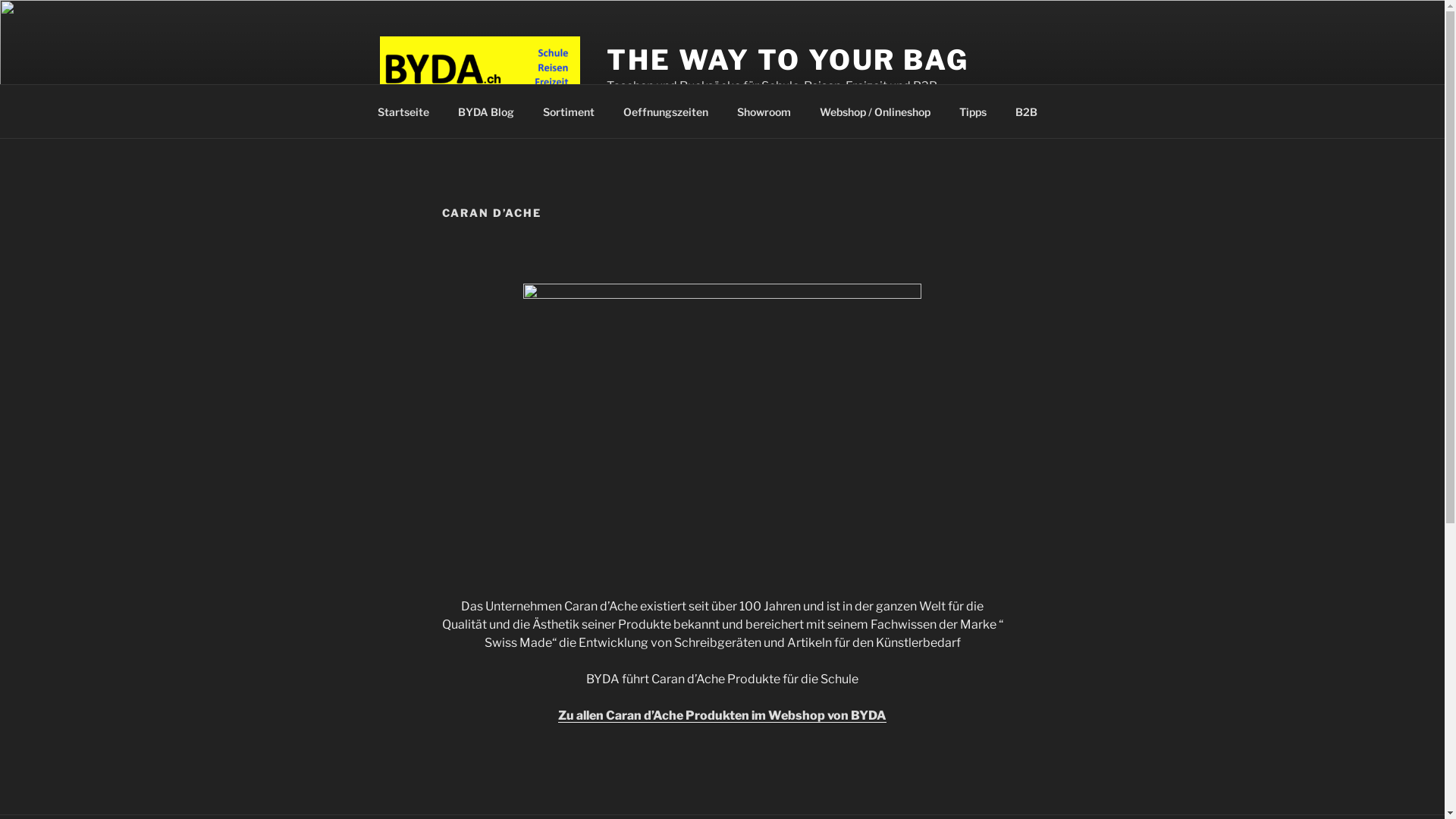 This screenshot has width=1456, height=819. Describe the element at coordinates (485, 110) in the screenshot. I see `'BYDA Blog'` at that location.